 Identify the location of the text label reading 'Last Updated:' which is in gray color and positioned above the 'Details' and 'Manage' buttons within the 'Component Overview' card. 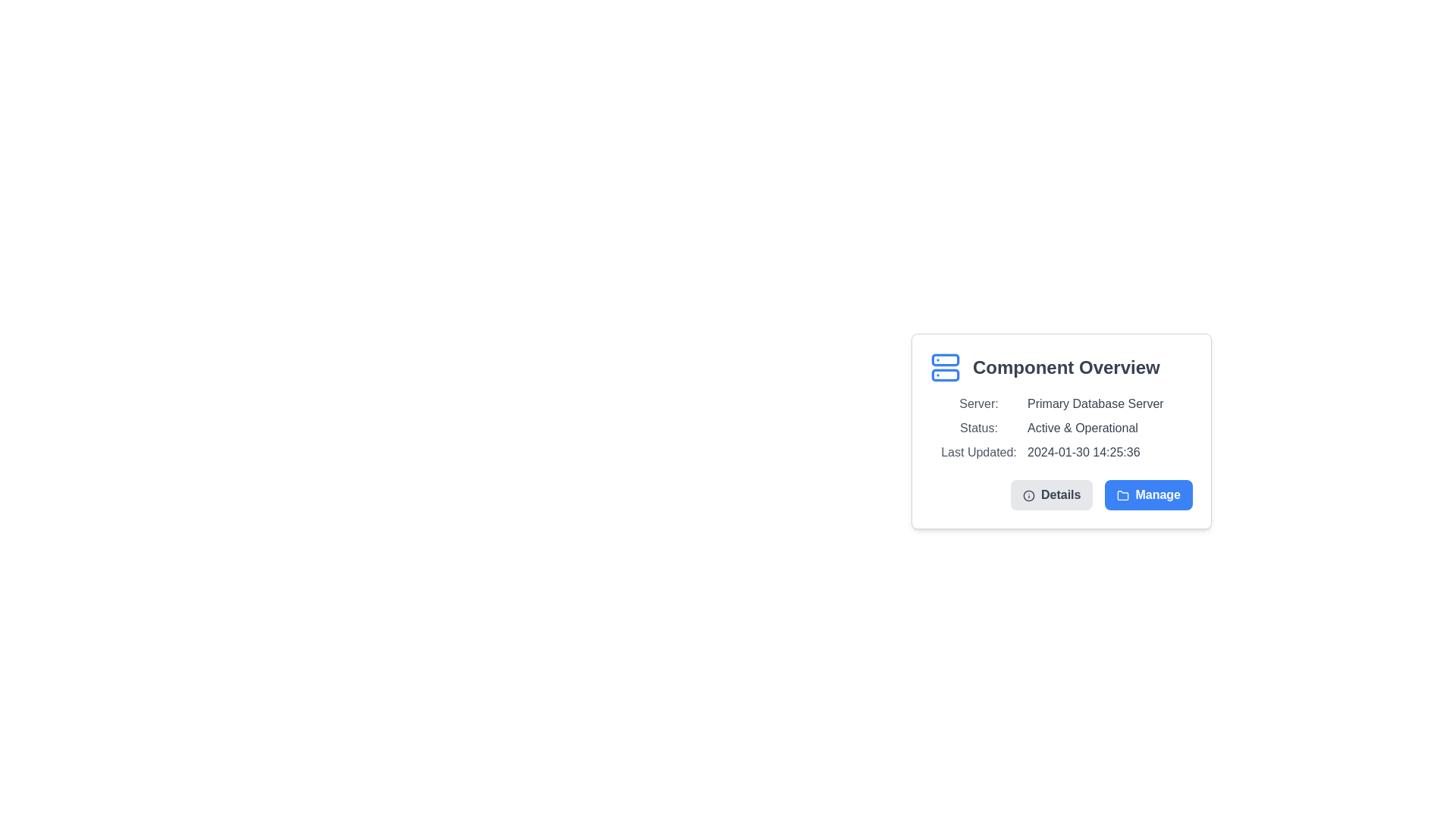
(979, 452).